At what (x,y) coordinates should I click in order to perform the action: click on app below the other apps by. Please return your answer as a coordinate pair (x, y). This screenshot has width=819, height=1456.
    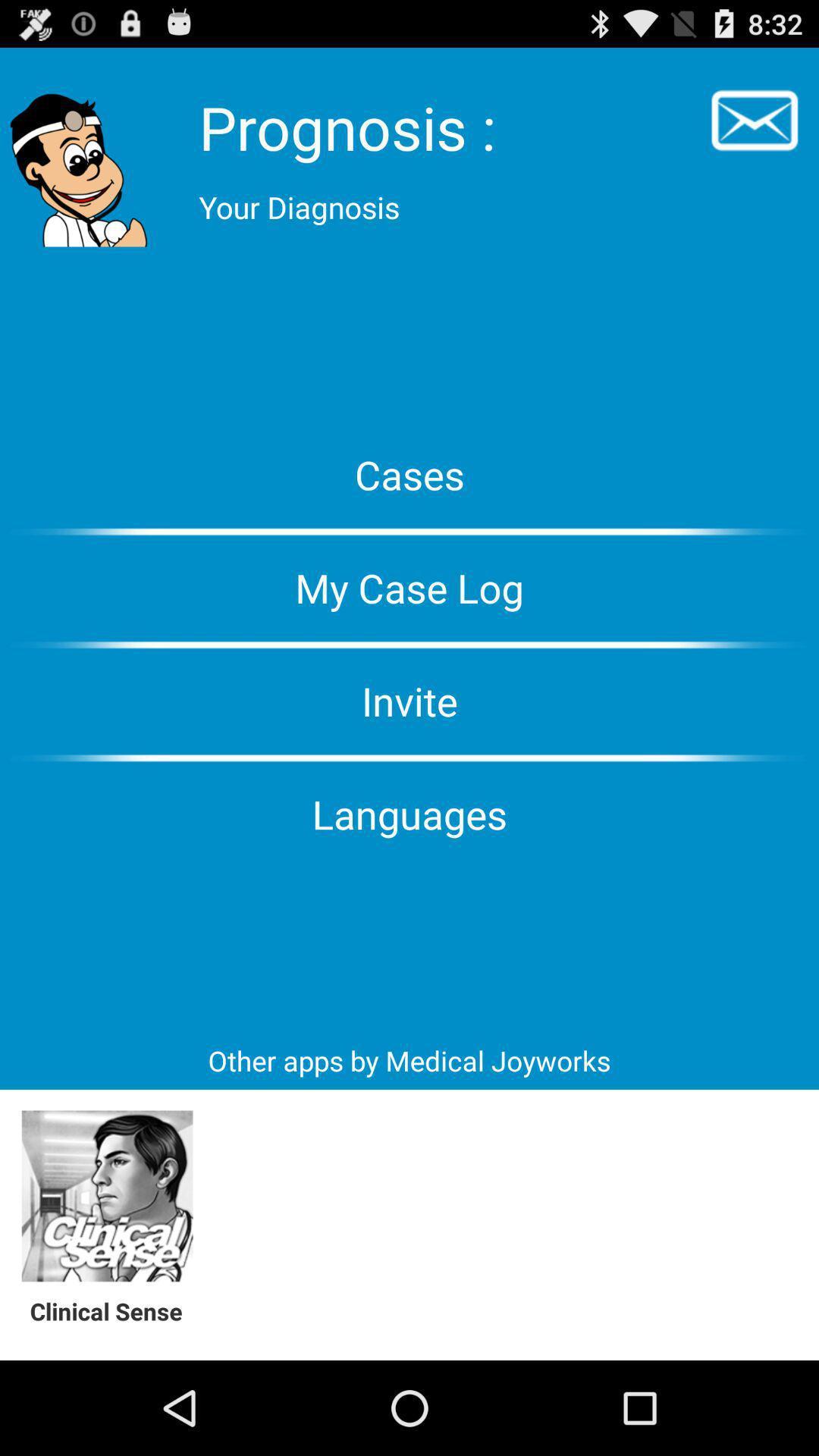
    Looking at the image, I should click on (106, 1196).